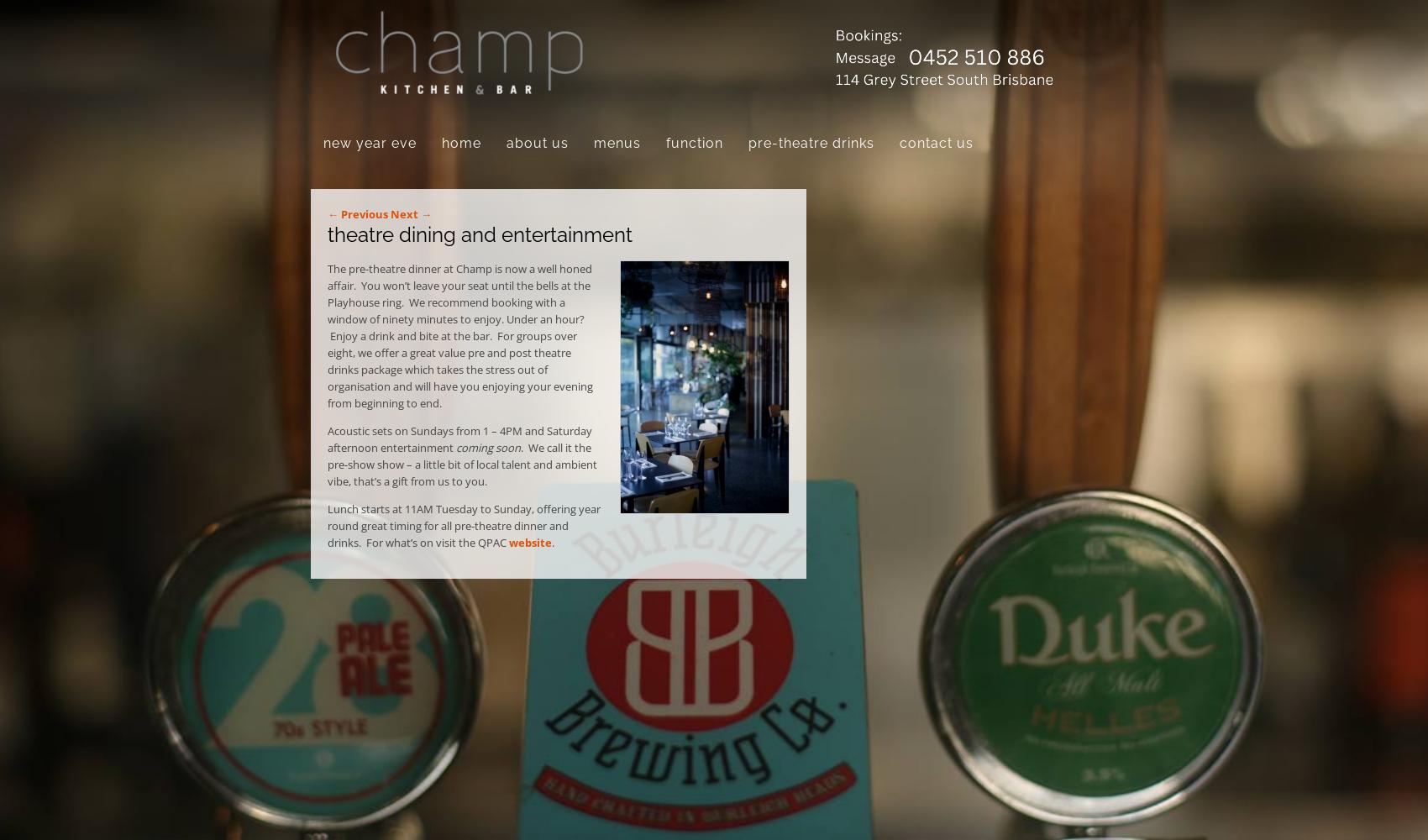 The height and width of the screenshot is (840, 1428). Describe the element at coordinates (459, 439) in the screenshot. I see `'Acoustic sets on Sundays from 1 – 4PM and Saturday afternoon entertainment'` at that location.